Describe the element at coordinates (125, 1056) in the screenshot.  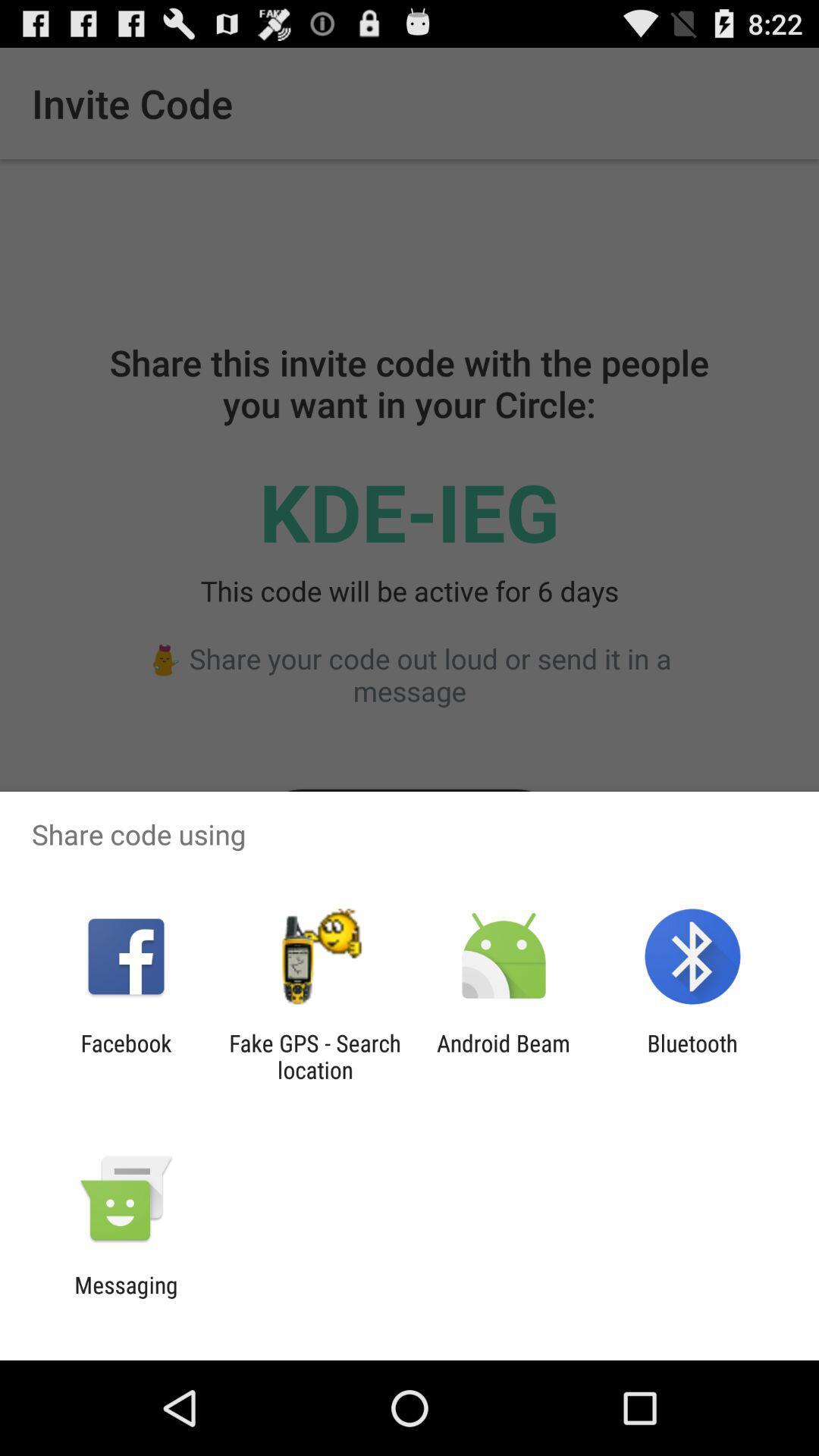
I see `the facebook item` at that location.